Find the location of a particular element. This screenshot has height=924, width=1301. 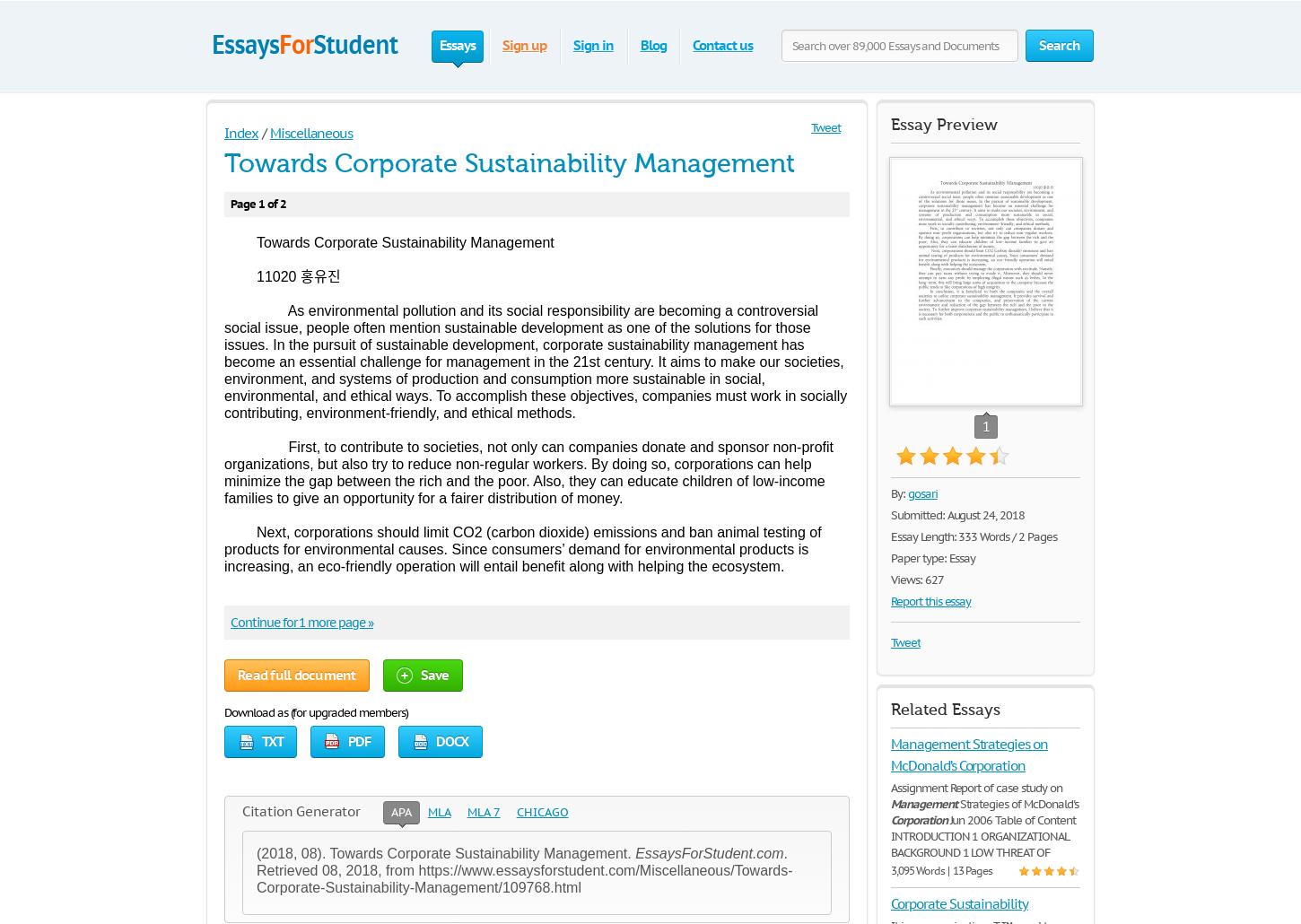

'Next, corporations should limit CO2 (carbon dioxide) emissions and ban animal testing of products for environmental causes. Since consumers’ demand for environmental products is increasing, an eco-friendly operation will entail benefit along with helping the ecosystem.' is located at coordinates (522, 548).